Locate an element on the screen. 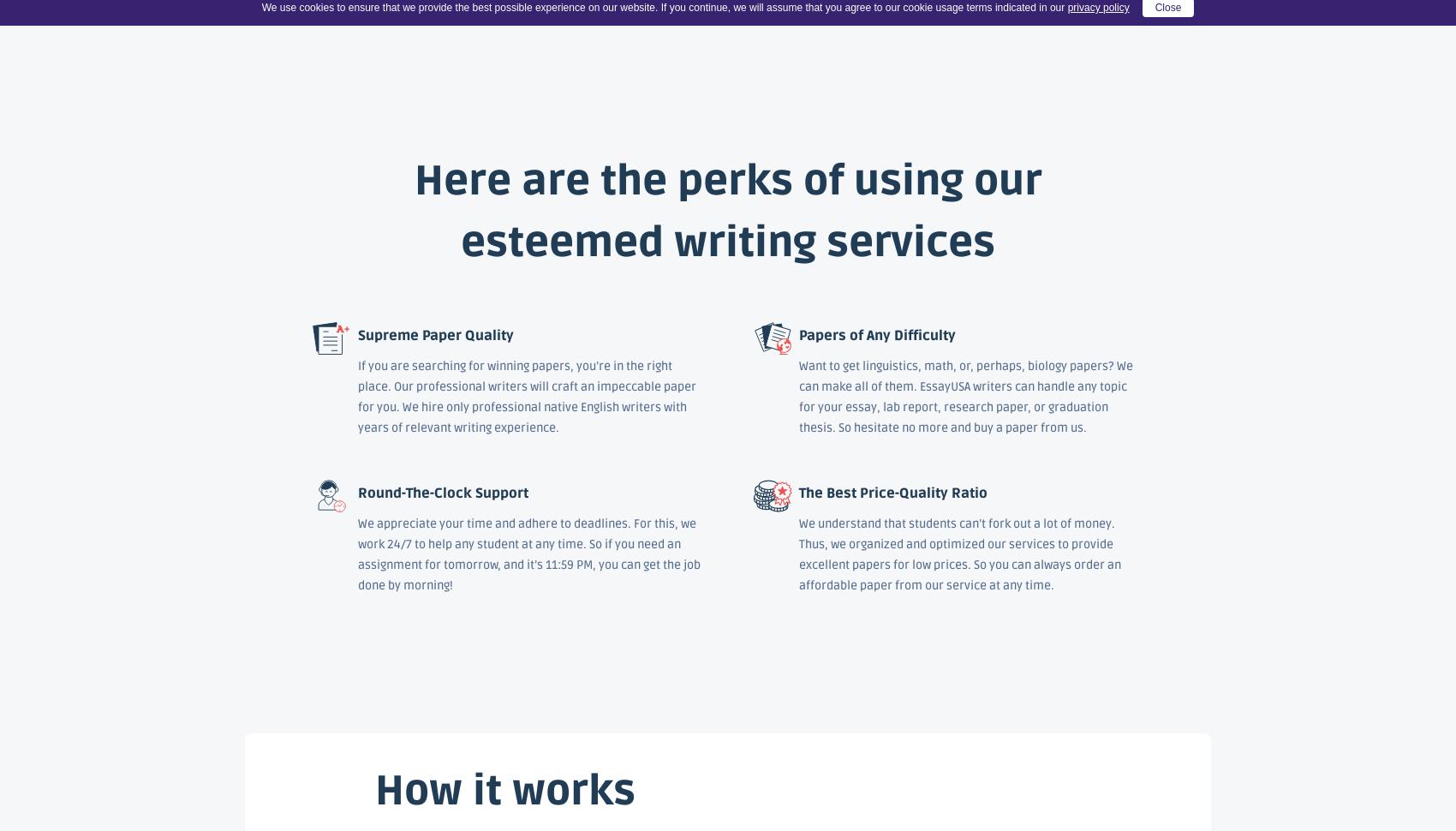 This screenshot has height=831, width=1456. 'Supreme Paper Quality' is located at coordinates (357, 335).